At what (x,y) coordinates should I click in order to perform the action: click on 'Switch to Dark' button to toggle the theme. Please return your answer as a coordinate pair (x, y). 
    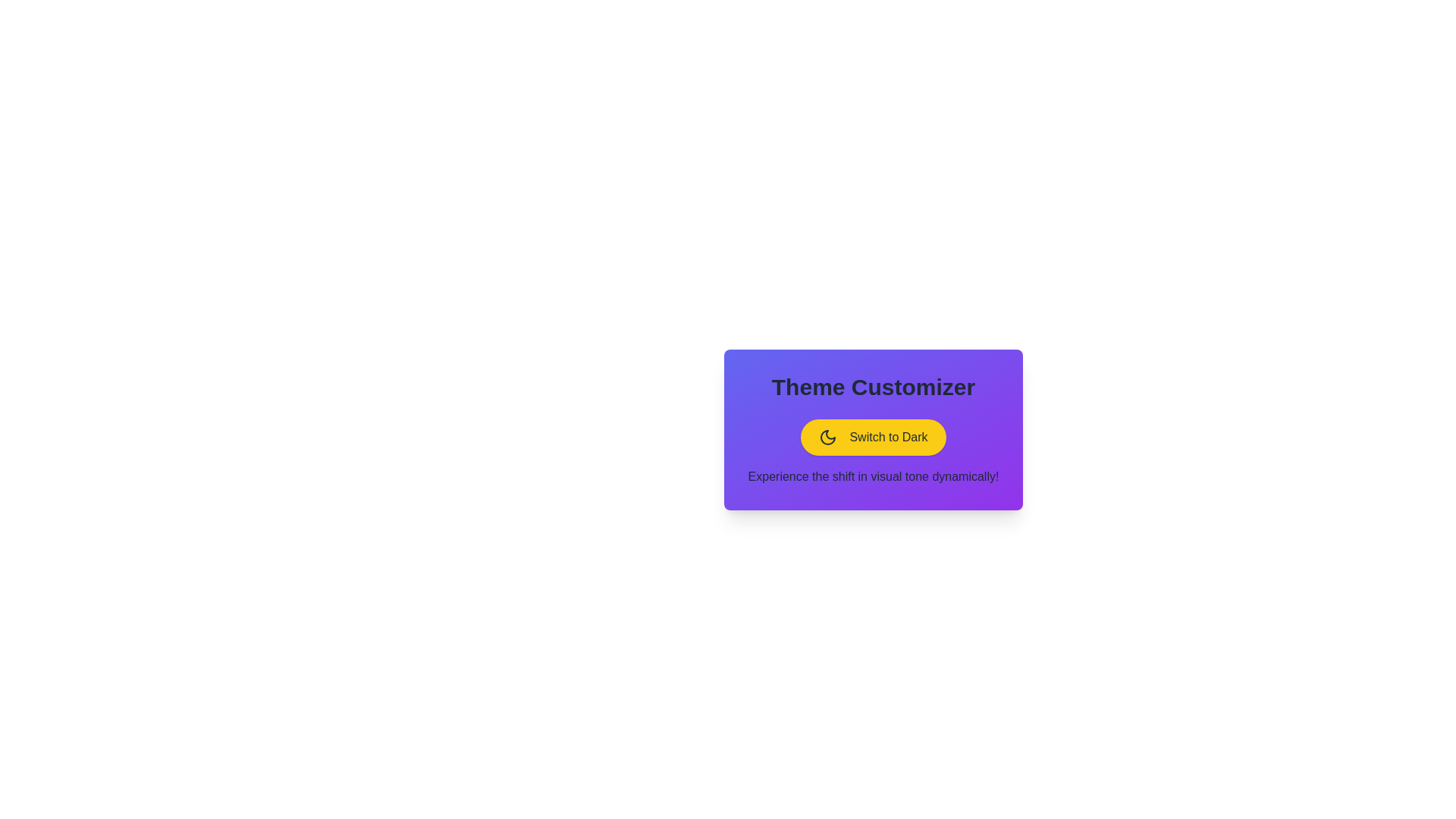
    Looking at the image, I should click on (874, 438).